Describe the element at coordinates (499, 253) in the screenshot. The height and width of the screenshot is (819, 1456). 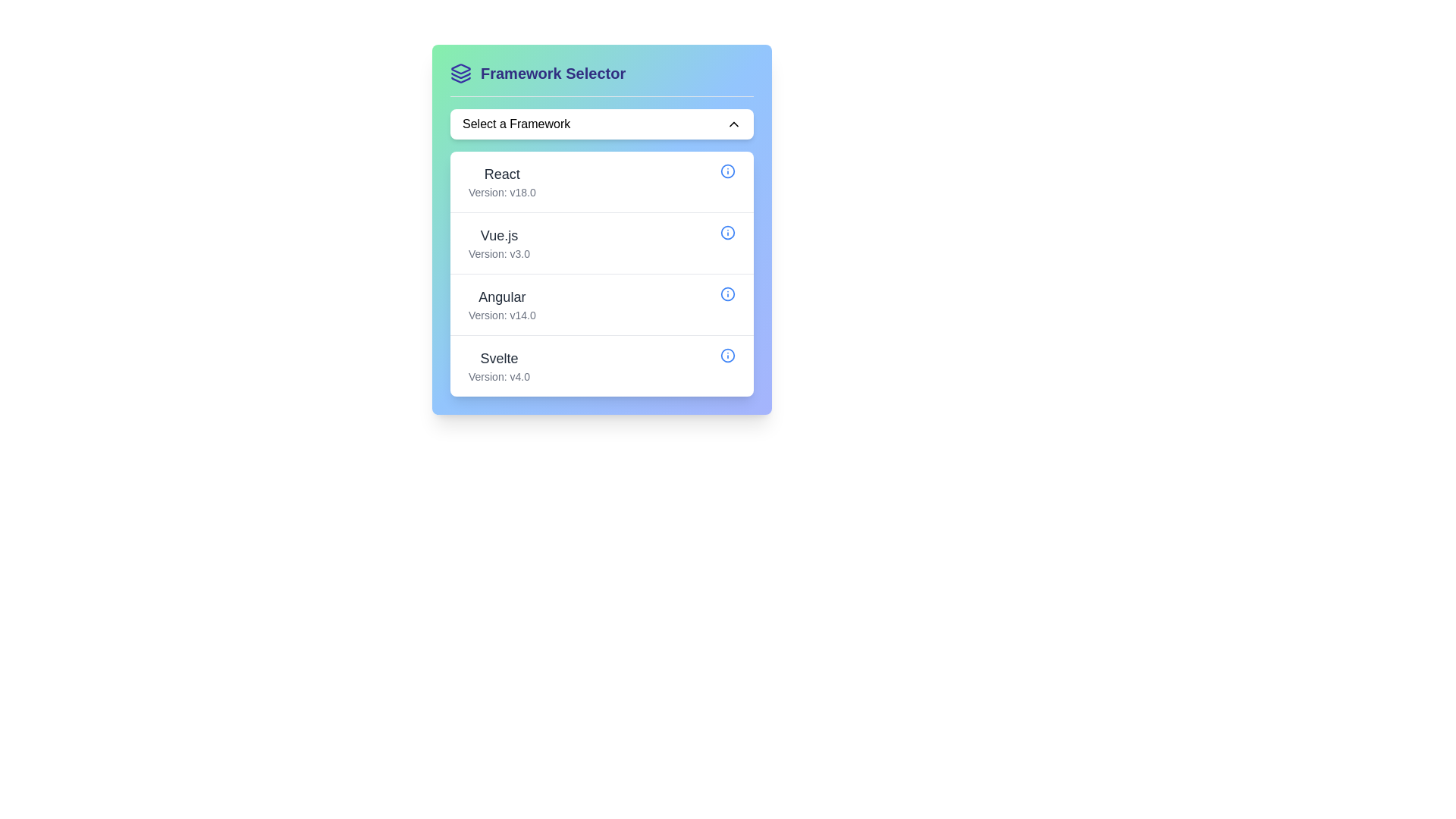
I see `the static text label displaying the version number 'v3.0' of the 'Vue.js' framework, which is positioned beneath the 'Vue.js' text in the framework selector list` at that location.